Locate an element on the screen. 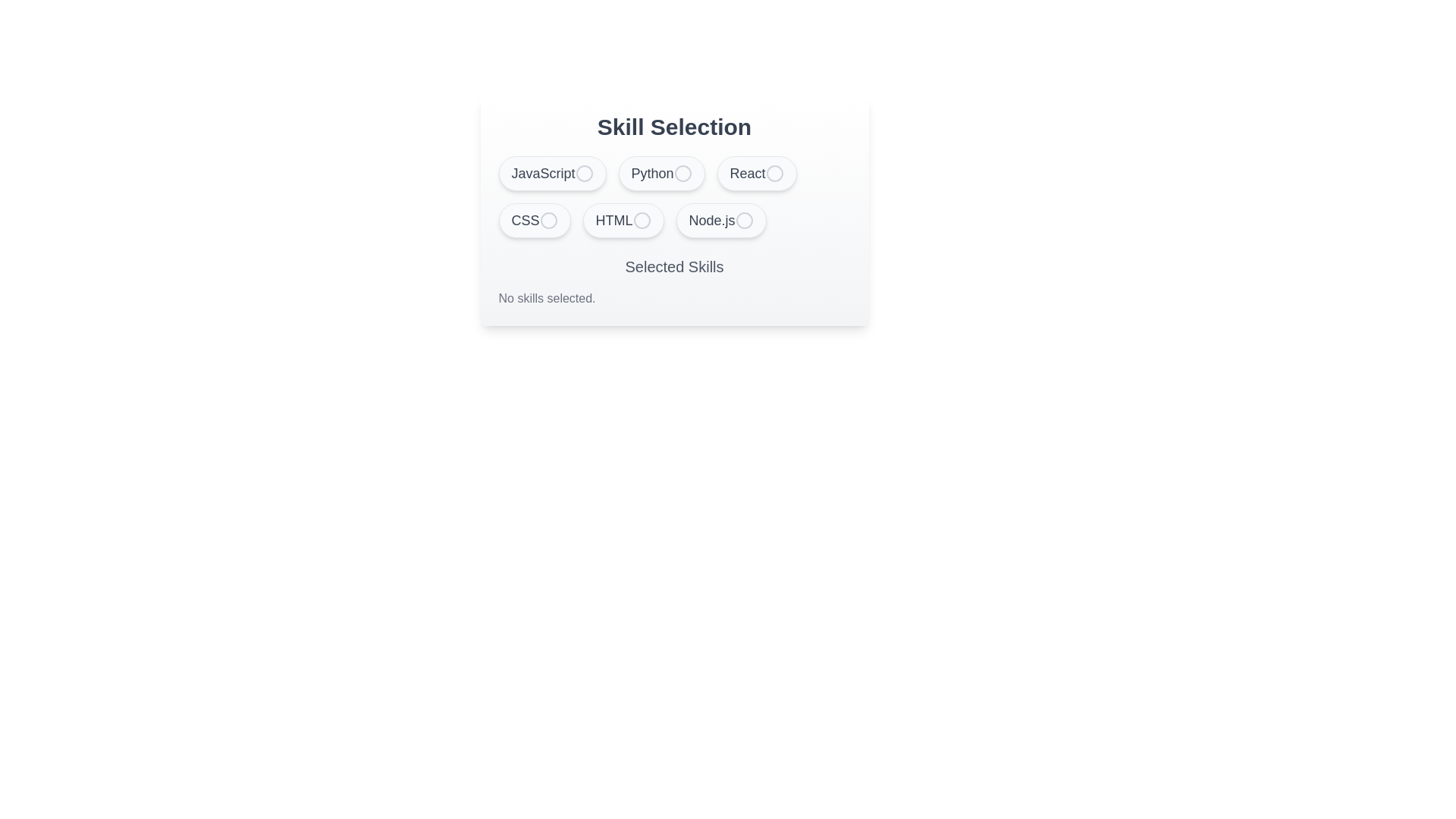 The height and width of the screenshot is (819, 1456). the circular radio button corresponding to the 'CSS' option is located at coordinates (548, 220).